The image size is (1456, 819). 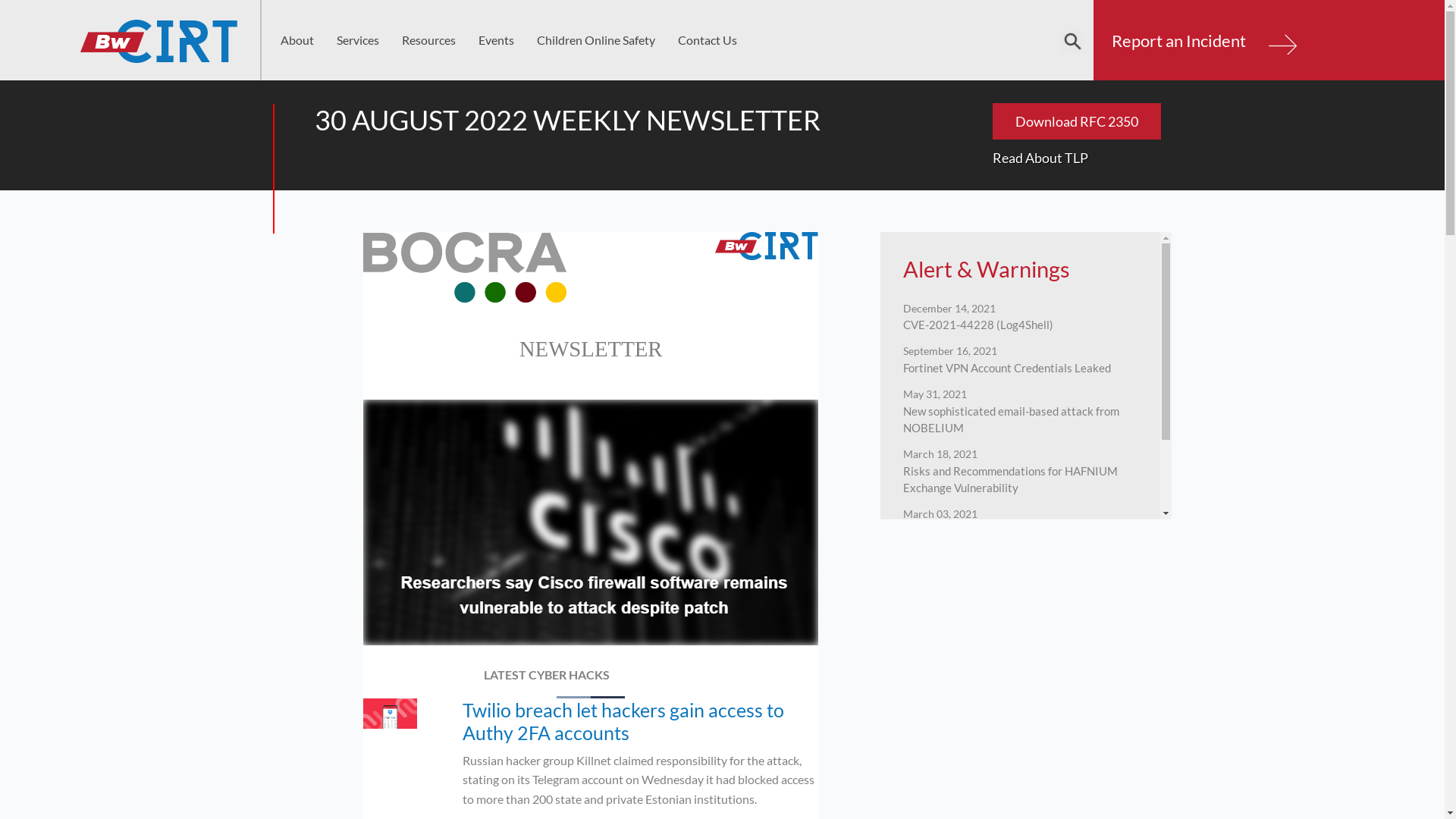 What do you see at coordinates (464, 266) in the screenshot?
I see `'BOCRA website'` at bounding box center [464, 266].